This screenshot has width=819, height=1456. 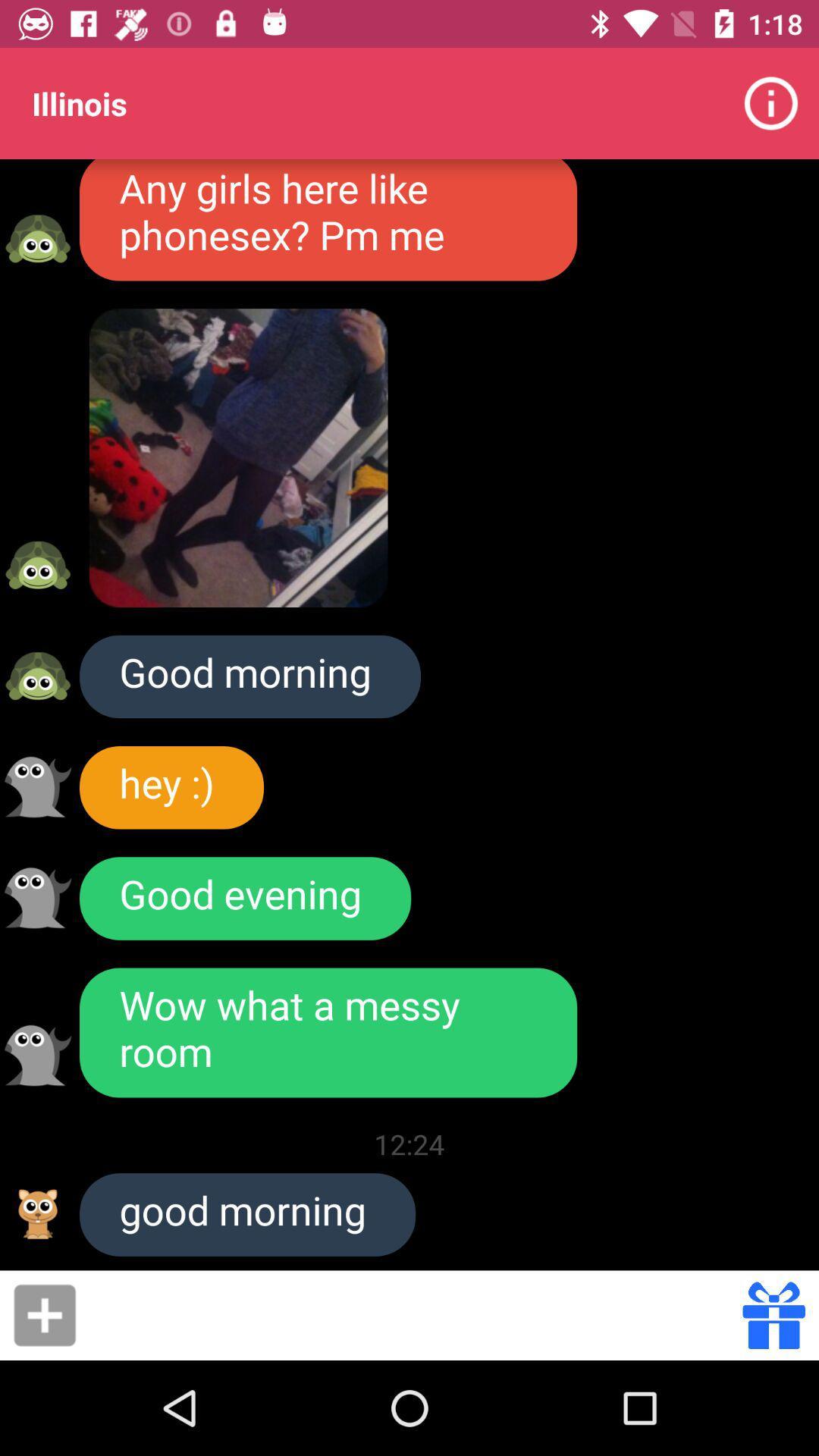 What do you see at coordinates (414, 1314) in the screenshot?
I see `item below the good morning  icon` at bounding box center [414, 1314].